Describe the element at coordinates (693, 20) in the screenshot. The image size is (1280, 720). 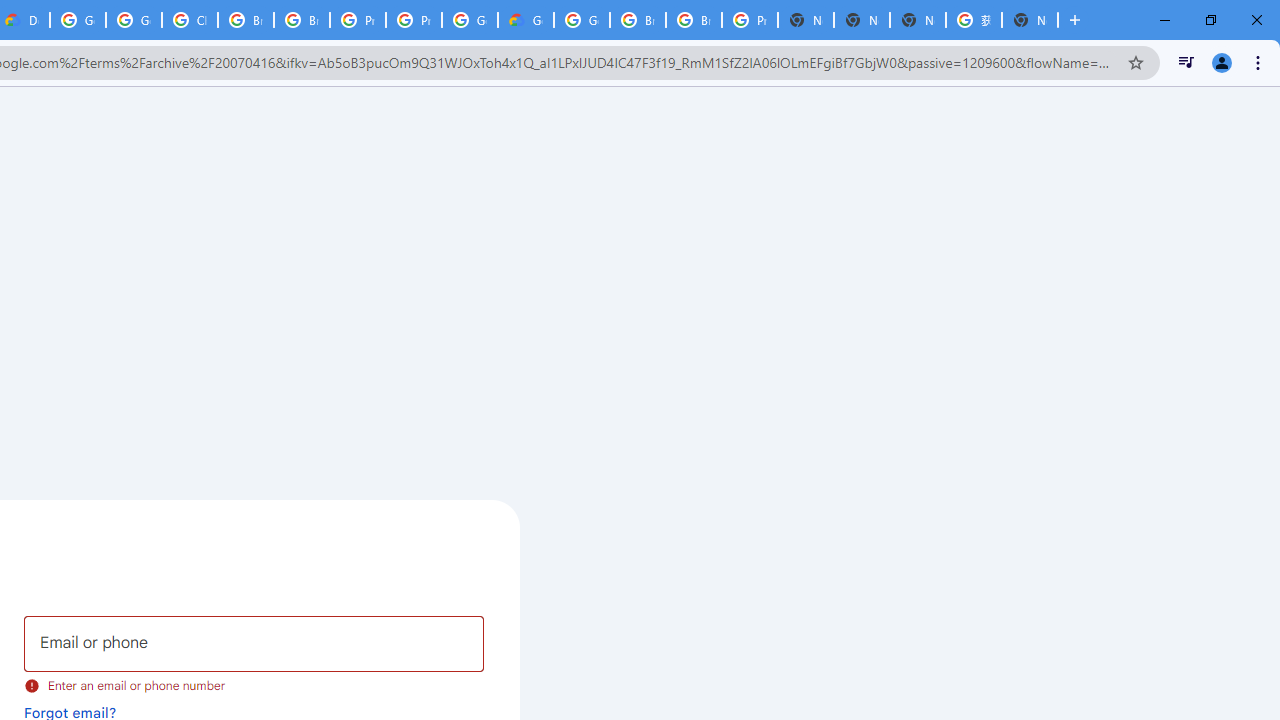
I see `'Browse Chrome as a guest - Computer - Google Chrome Help'` at that location.